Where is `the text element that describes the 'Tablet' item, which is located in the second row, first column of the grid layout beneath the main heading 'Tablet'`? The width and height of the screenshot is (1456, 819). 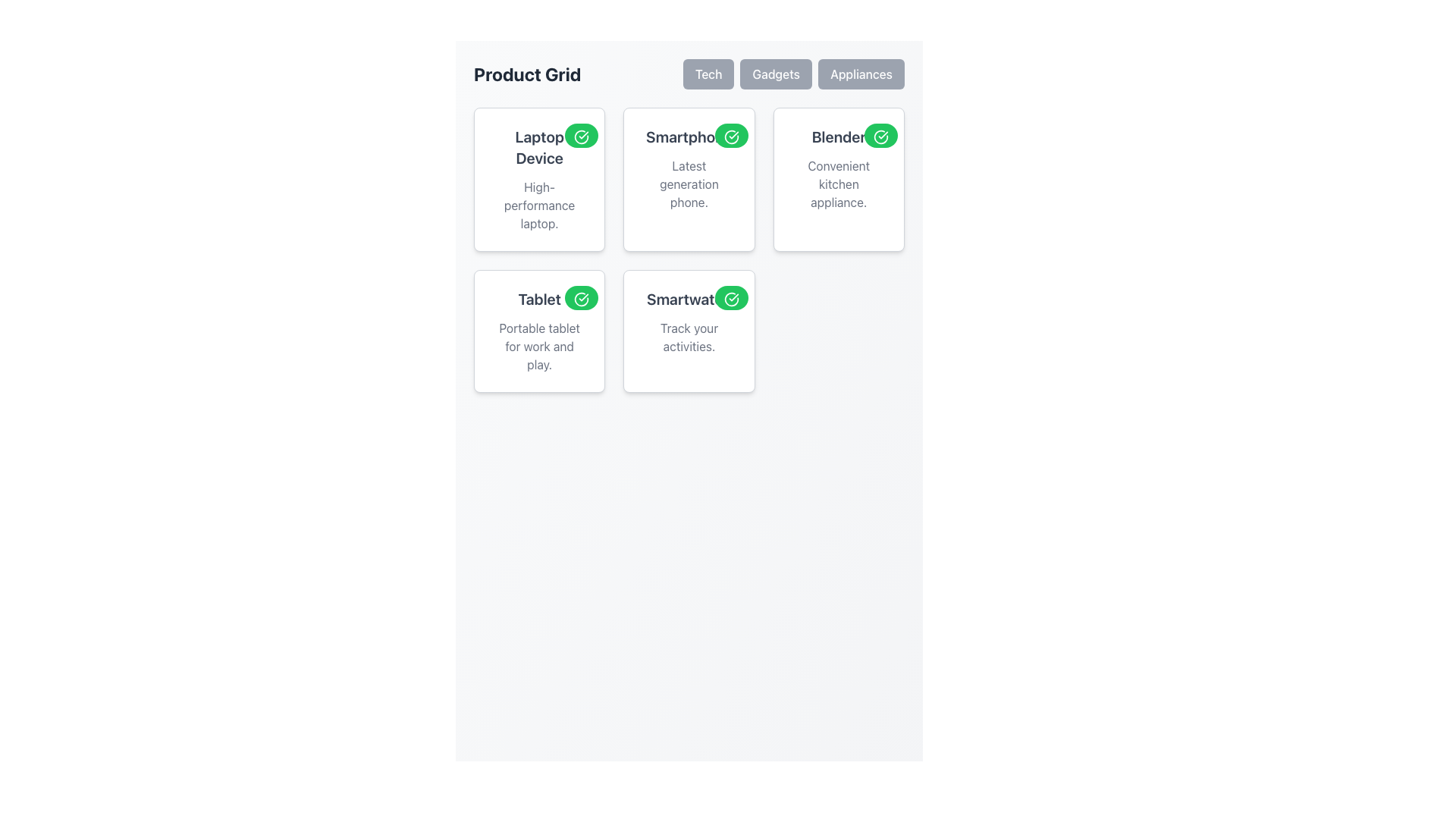
the text element that describes the 'Tablet' item, which is located in the second row, first column of the grid layout beneath the main heading 'Tablet' is located at coordinates (539, 346).